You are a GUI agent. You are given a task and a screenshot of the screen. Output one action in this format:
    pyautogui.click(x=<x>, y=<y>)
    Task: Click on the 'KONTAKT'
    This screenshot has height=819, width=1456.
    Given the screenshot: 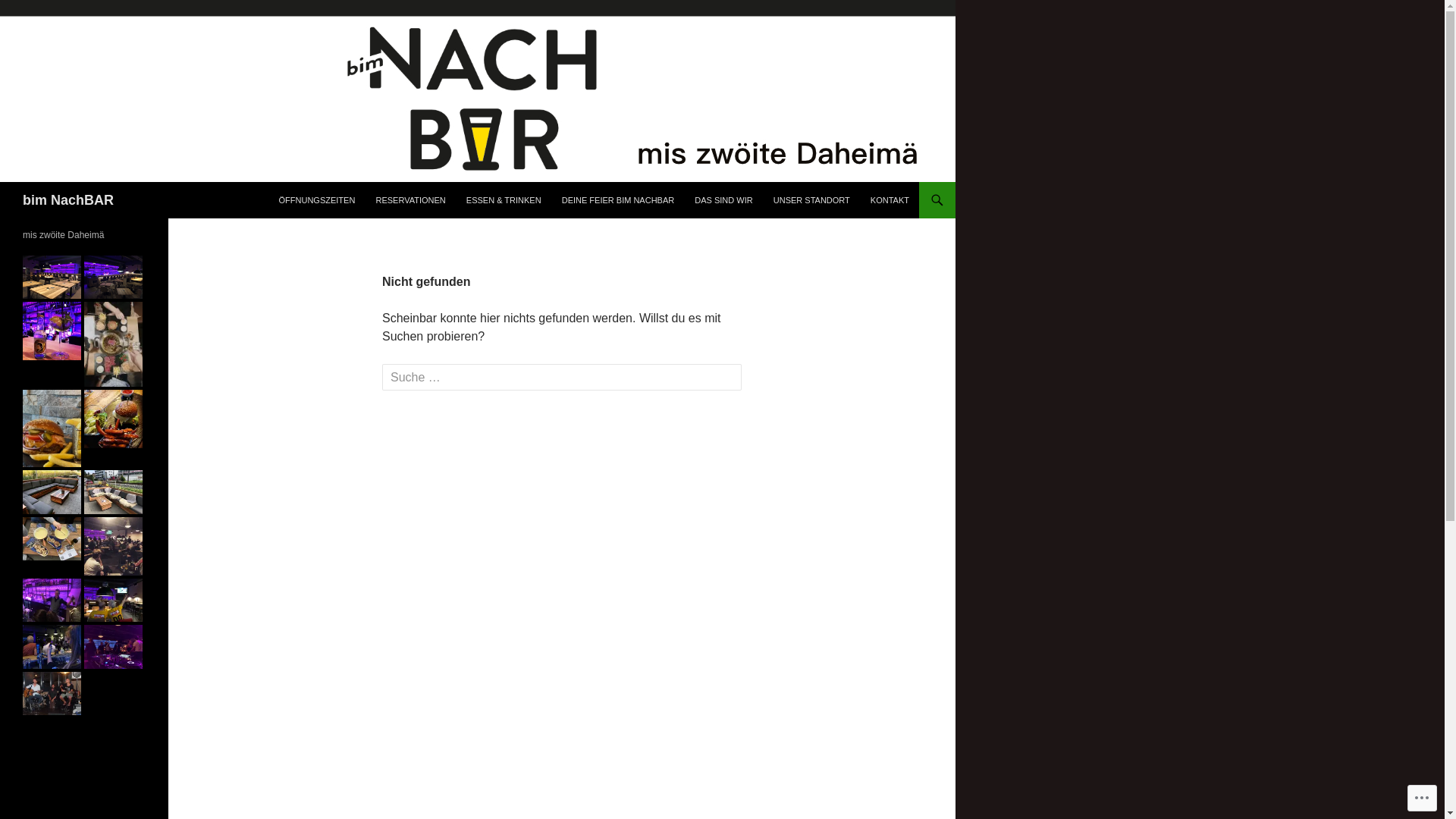 What is the action you would take?
    pyautogui.click(x=890, y=199)
    